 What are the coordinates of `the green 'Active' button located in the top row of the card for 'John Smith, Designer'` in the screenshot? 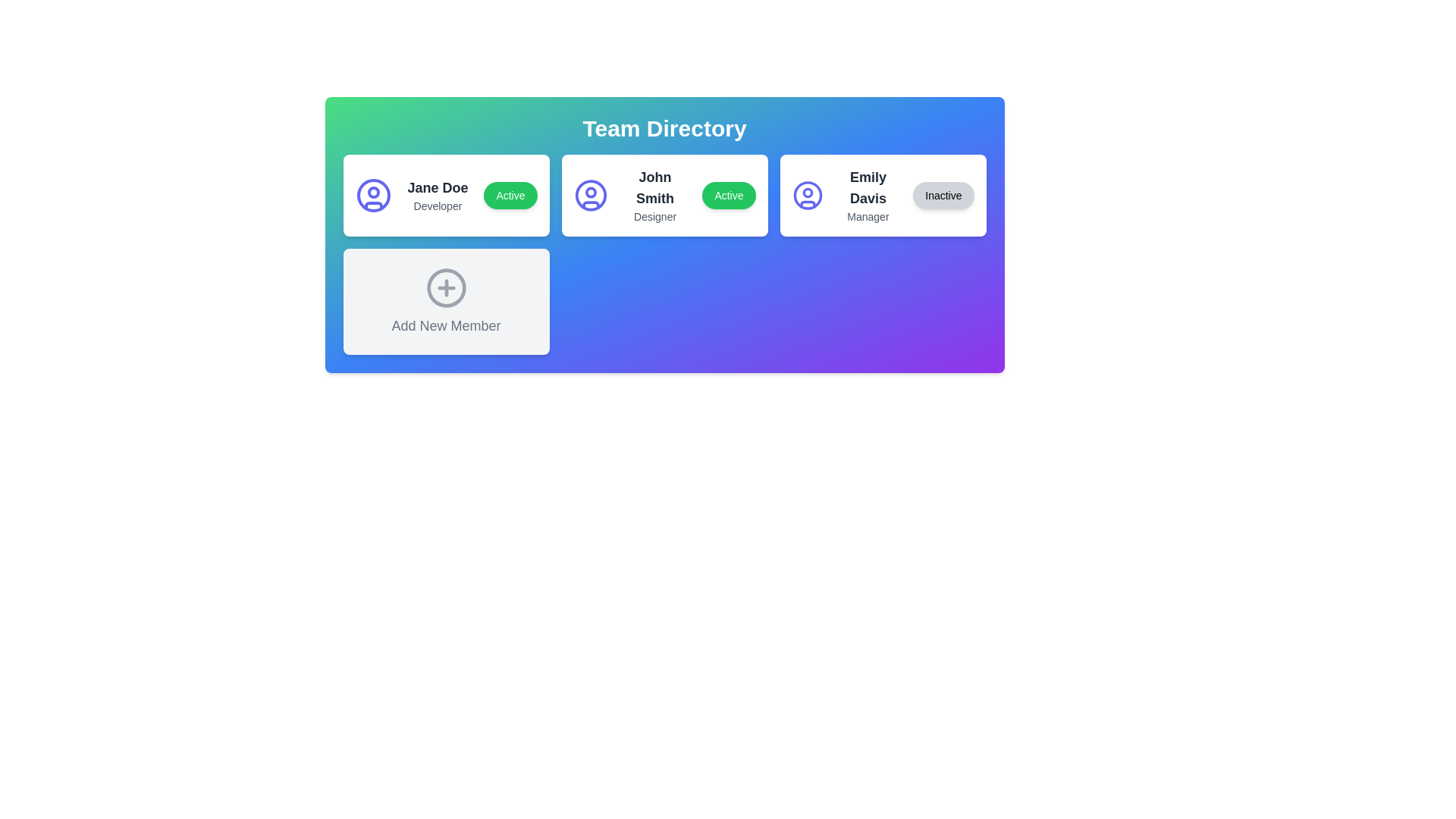 It's located at (729, 195).